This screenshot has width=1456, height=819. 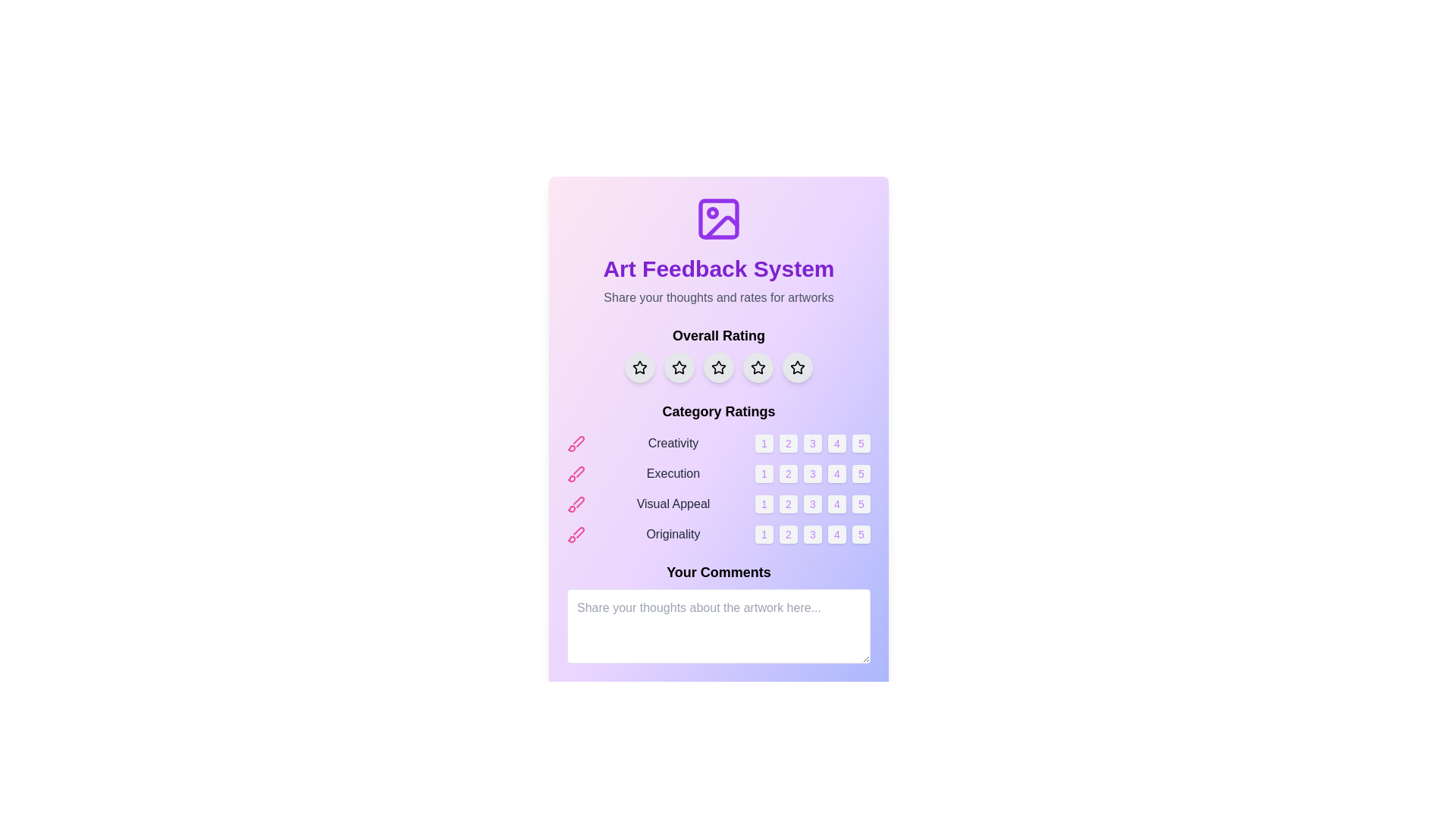 I want to click on the second icon in the vertical list that visually identifies the 'Execution' category, located directly to the left of the 'Execution' category label, so click(x=578, y=471).